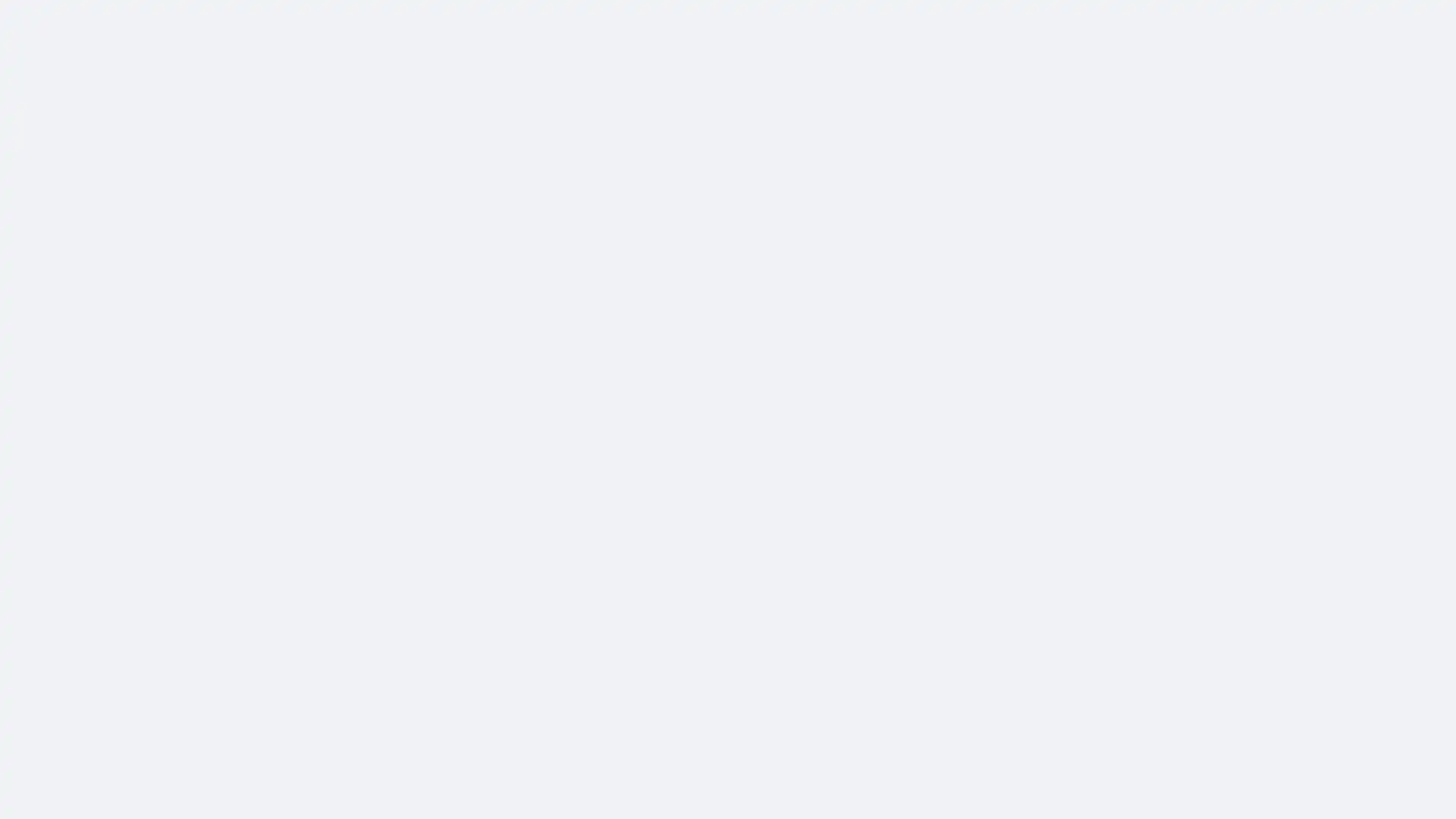  I want to click on Share, so click(989, 397).